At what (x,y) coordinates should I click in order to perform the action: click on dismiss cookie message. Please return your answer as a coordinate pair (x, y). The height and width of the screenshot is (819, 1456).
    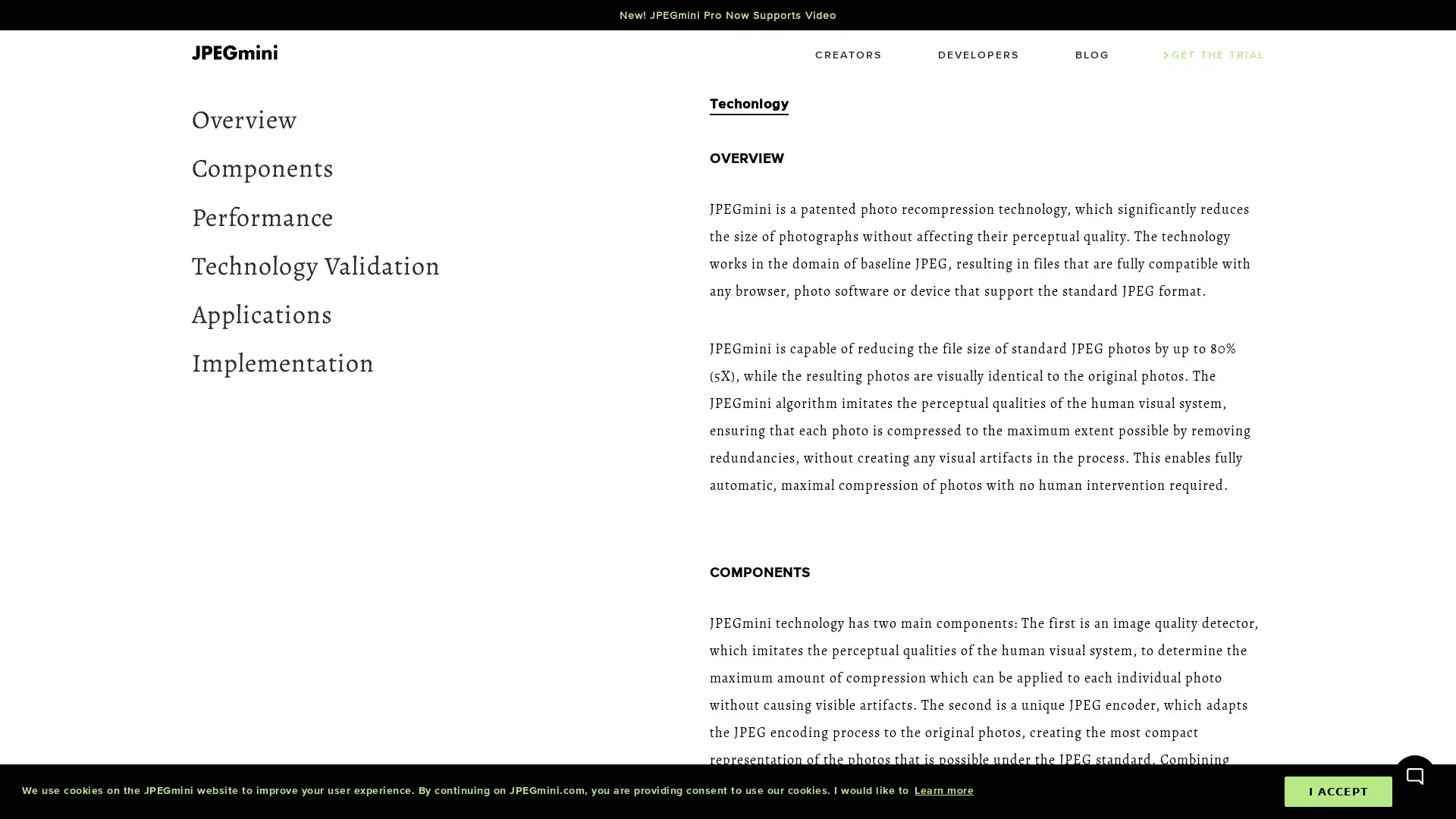
    Looking at the image, I should click on (1338, 791).